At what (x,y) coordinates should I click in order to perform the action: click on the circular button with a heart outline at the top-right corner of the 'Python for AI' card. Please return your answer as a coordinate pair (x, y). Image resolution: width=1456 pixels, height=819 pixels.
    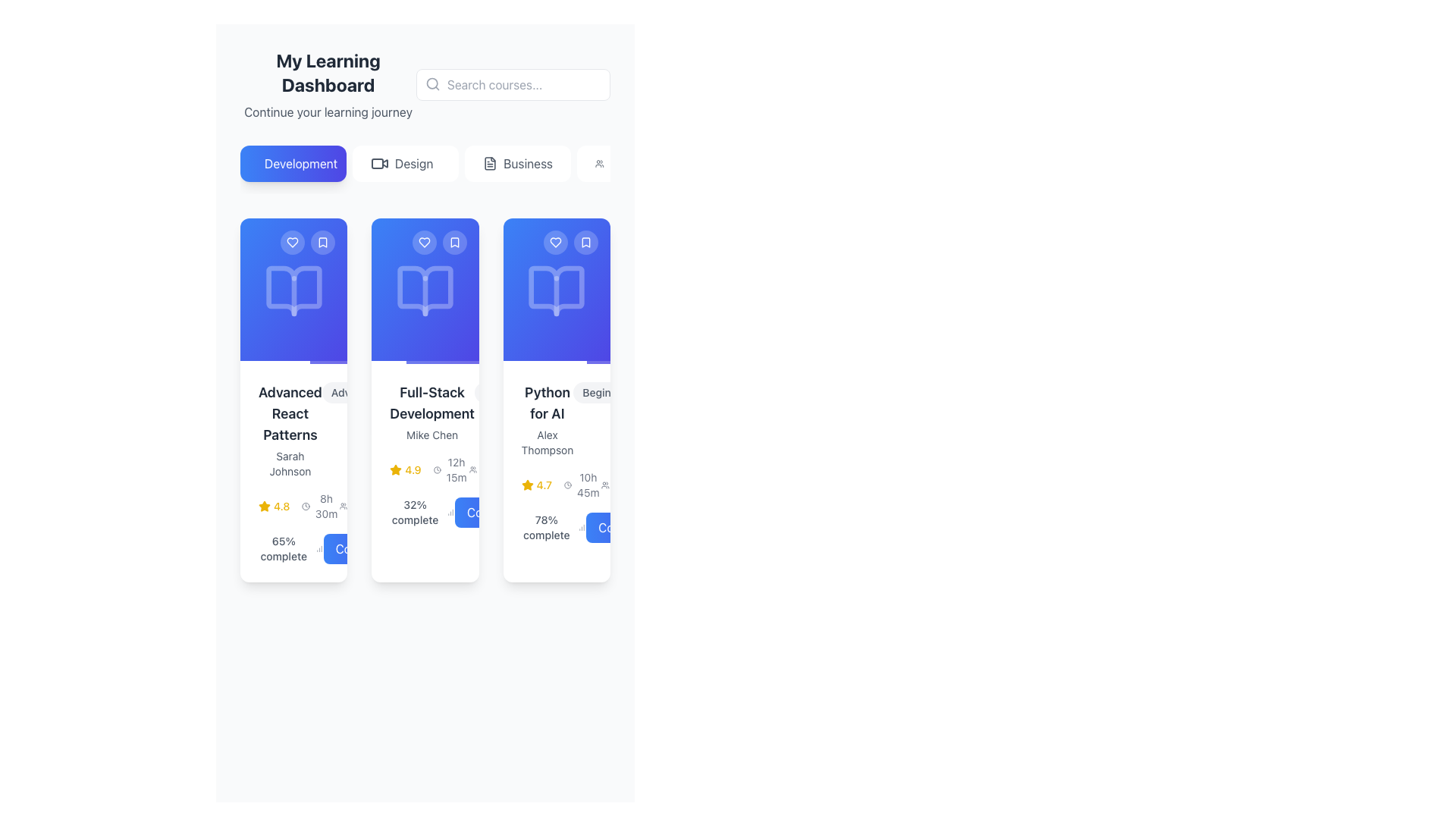
    Looking at the image, I should click on (555, 242).